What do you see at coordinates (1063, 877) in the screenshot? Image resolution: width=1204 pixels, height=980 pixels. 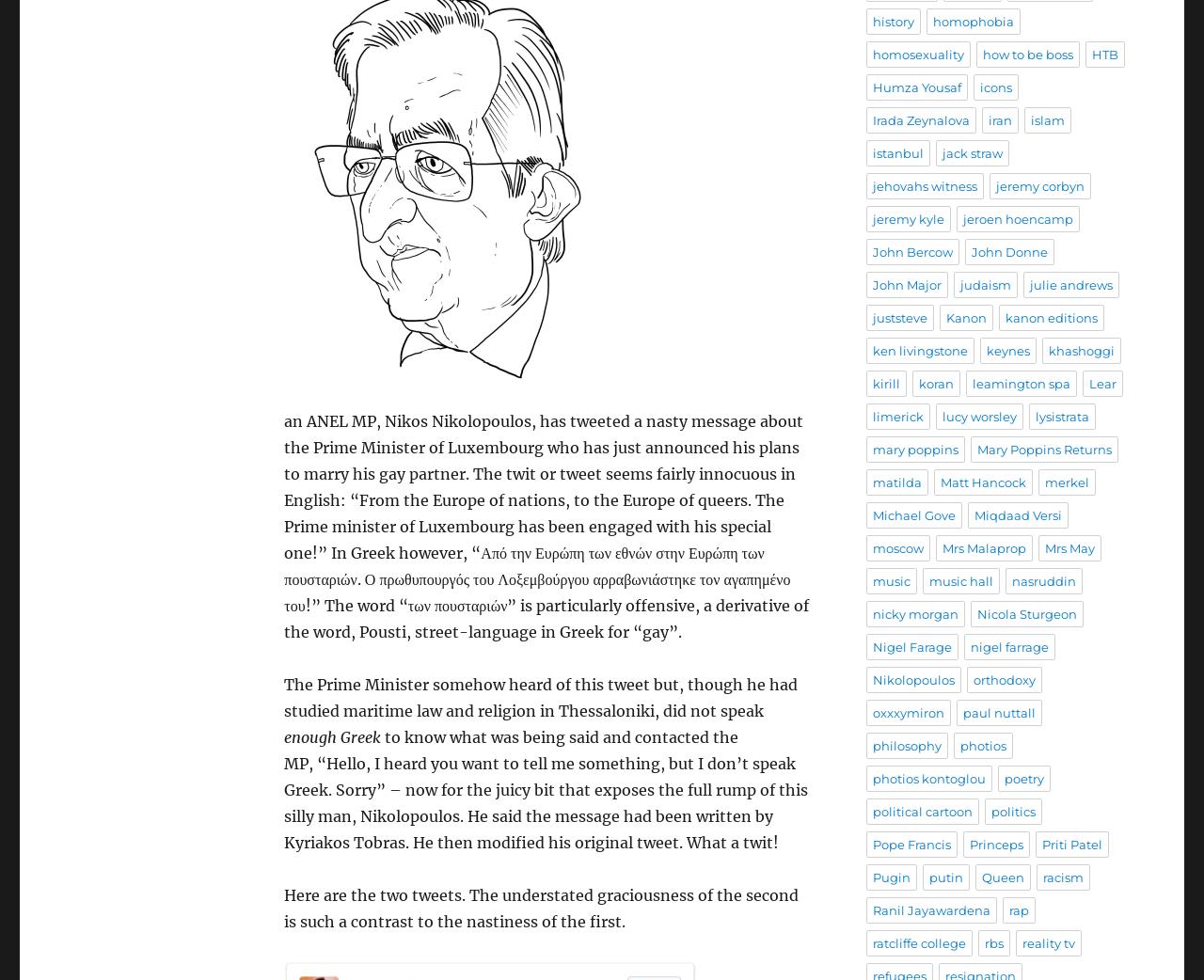 I see `'racism'` at bounding box center [1063, 877].